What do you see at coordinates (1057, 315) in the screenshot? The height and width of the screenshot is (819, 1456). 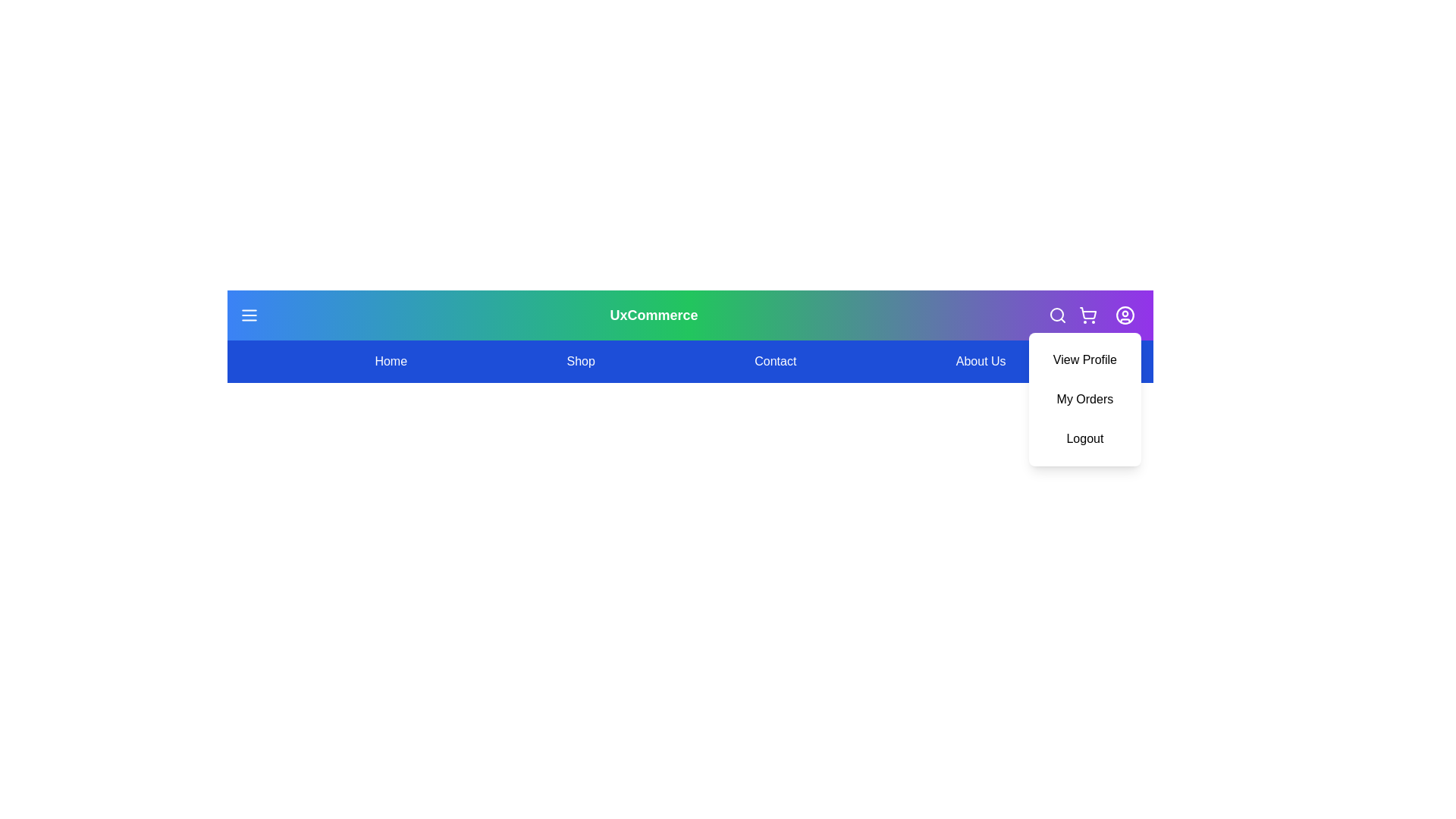 I see `the search icon to initiate the search action` at bounding box center [1057, 315].